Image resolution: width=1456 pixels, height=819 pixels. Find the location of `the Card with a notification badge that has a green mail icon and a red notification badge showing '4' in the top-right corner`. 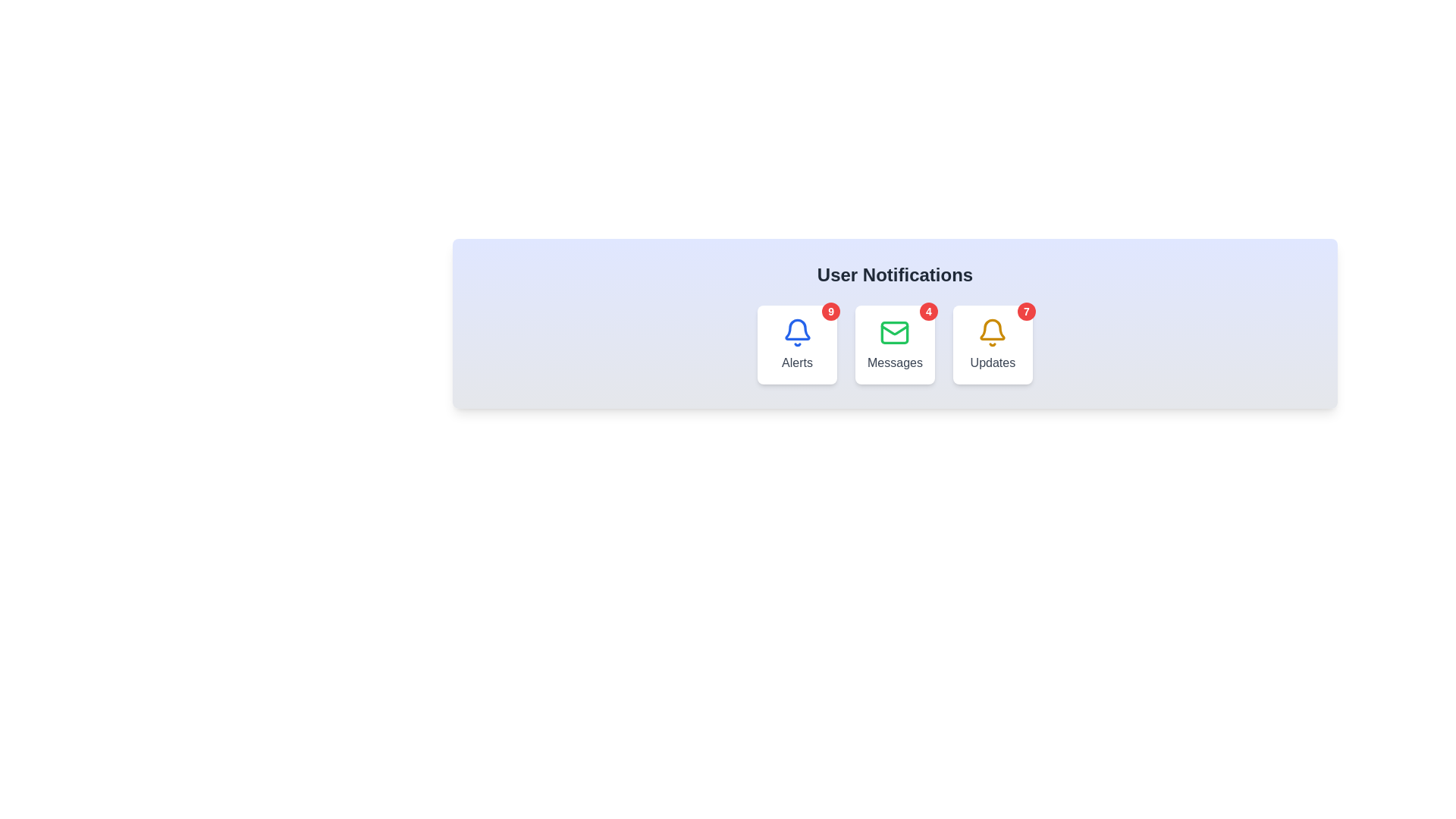

the Card with a notification badge that has a green mail icon and a red notification badge showing '4' in the top-right corner is located at coordinates (895, 345).